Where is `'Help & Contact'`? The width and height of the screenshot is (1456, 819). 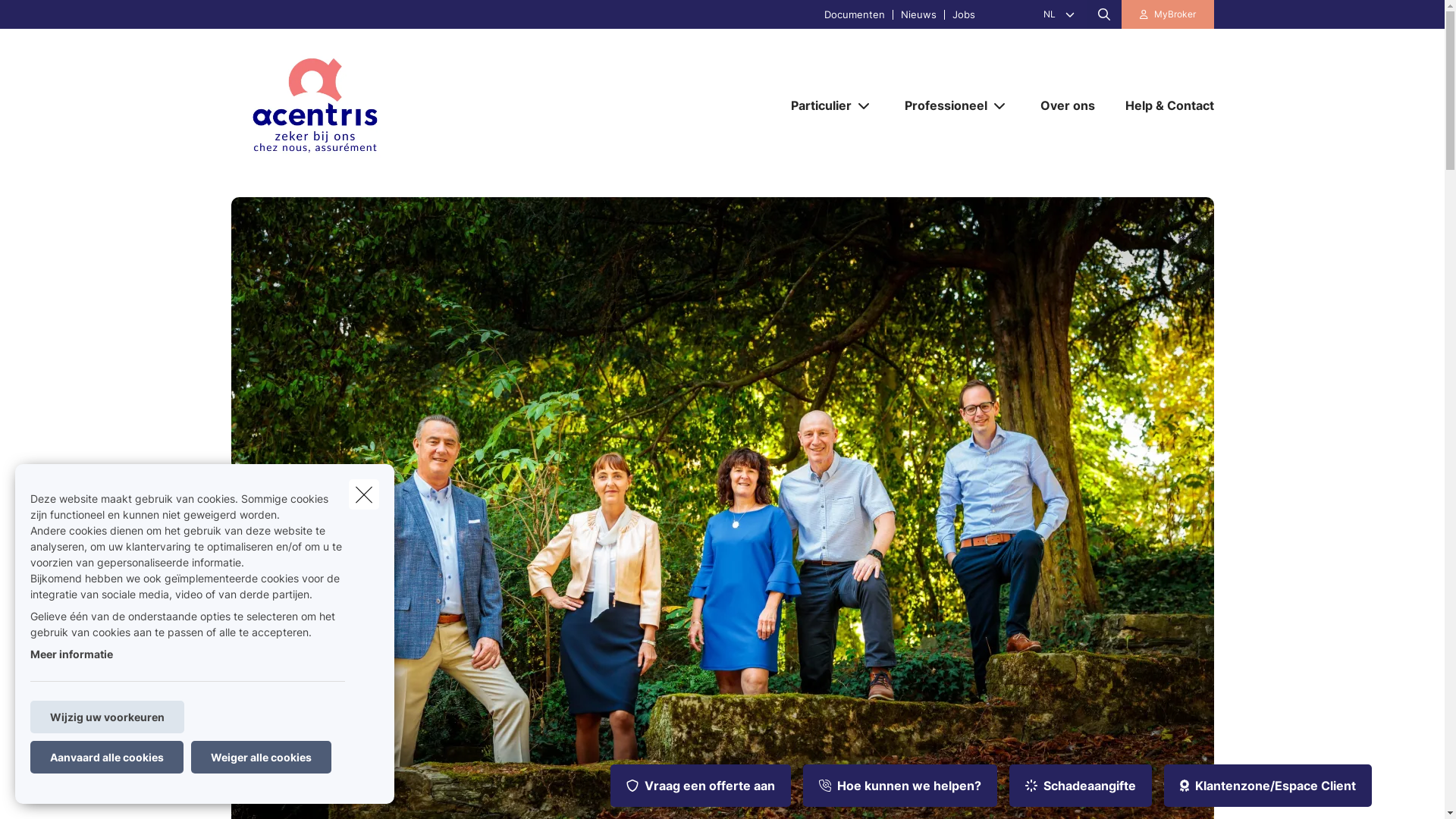 'Help & Contact' is located at coordinates (1161, 104).